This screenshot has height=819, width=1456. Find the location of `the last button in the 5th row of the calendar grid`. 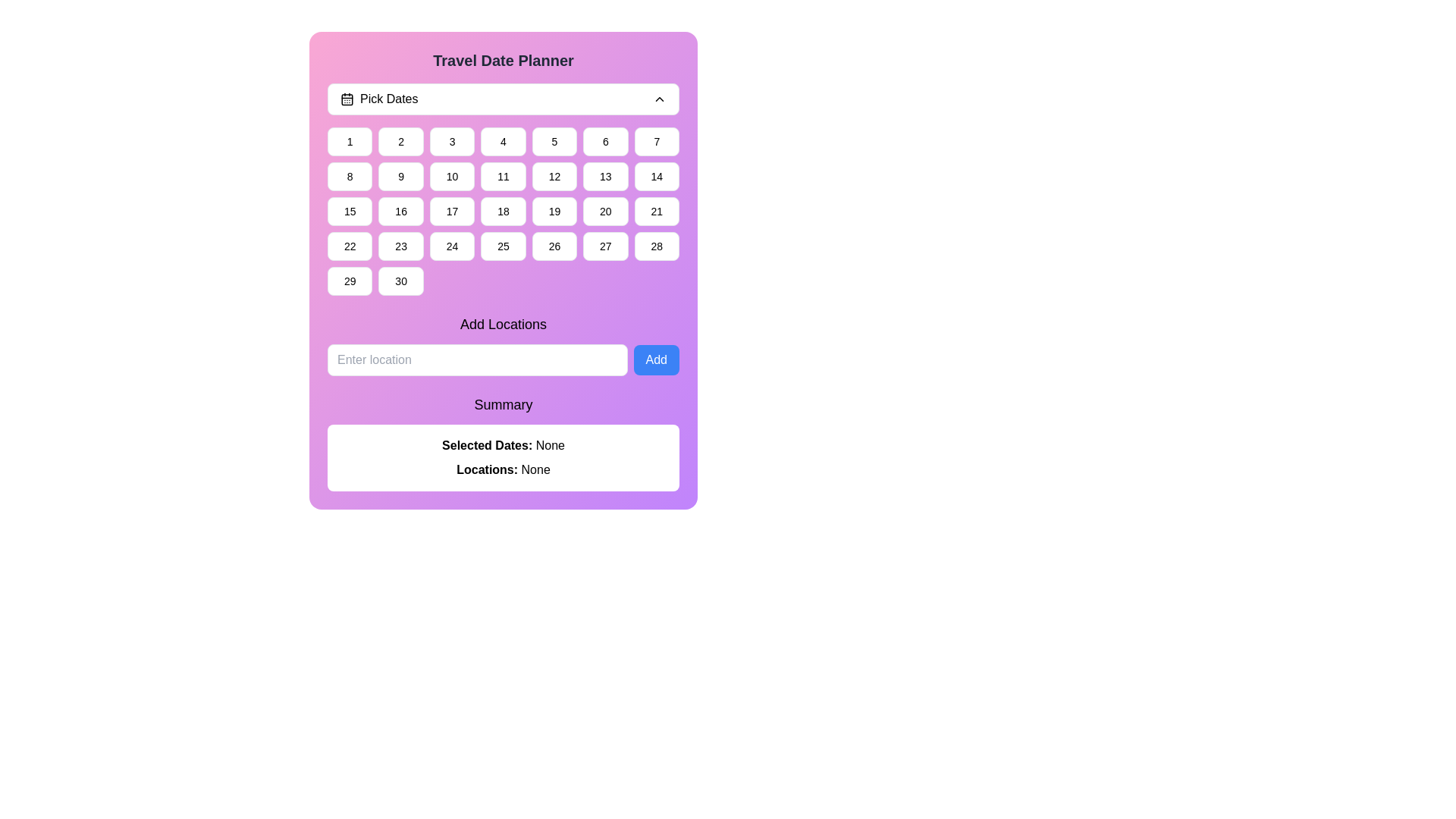

the last button in the 5th row of the calendar grid is located at coordinates (349, 281).